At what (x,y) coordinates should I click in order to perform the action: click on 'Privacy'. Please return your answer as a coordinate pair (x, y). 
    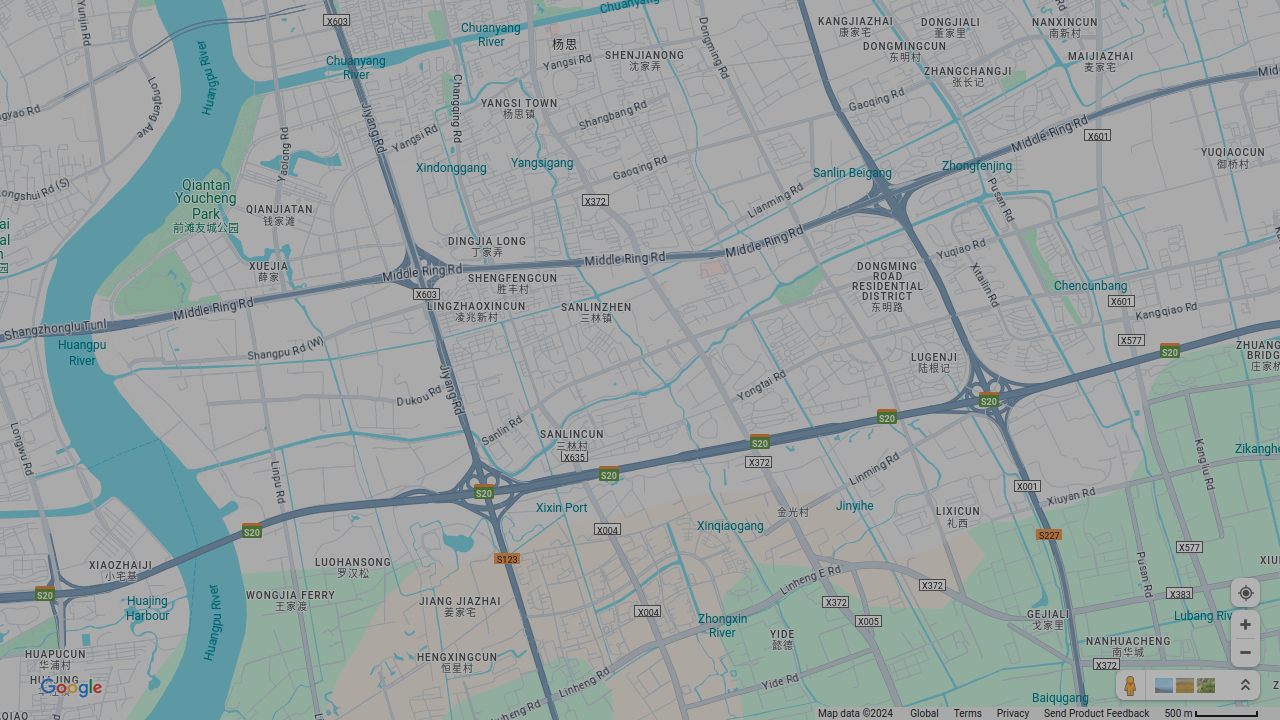
    Looking at the image, I should click on (1012, 712).